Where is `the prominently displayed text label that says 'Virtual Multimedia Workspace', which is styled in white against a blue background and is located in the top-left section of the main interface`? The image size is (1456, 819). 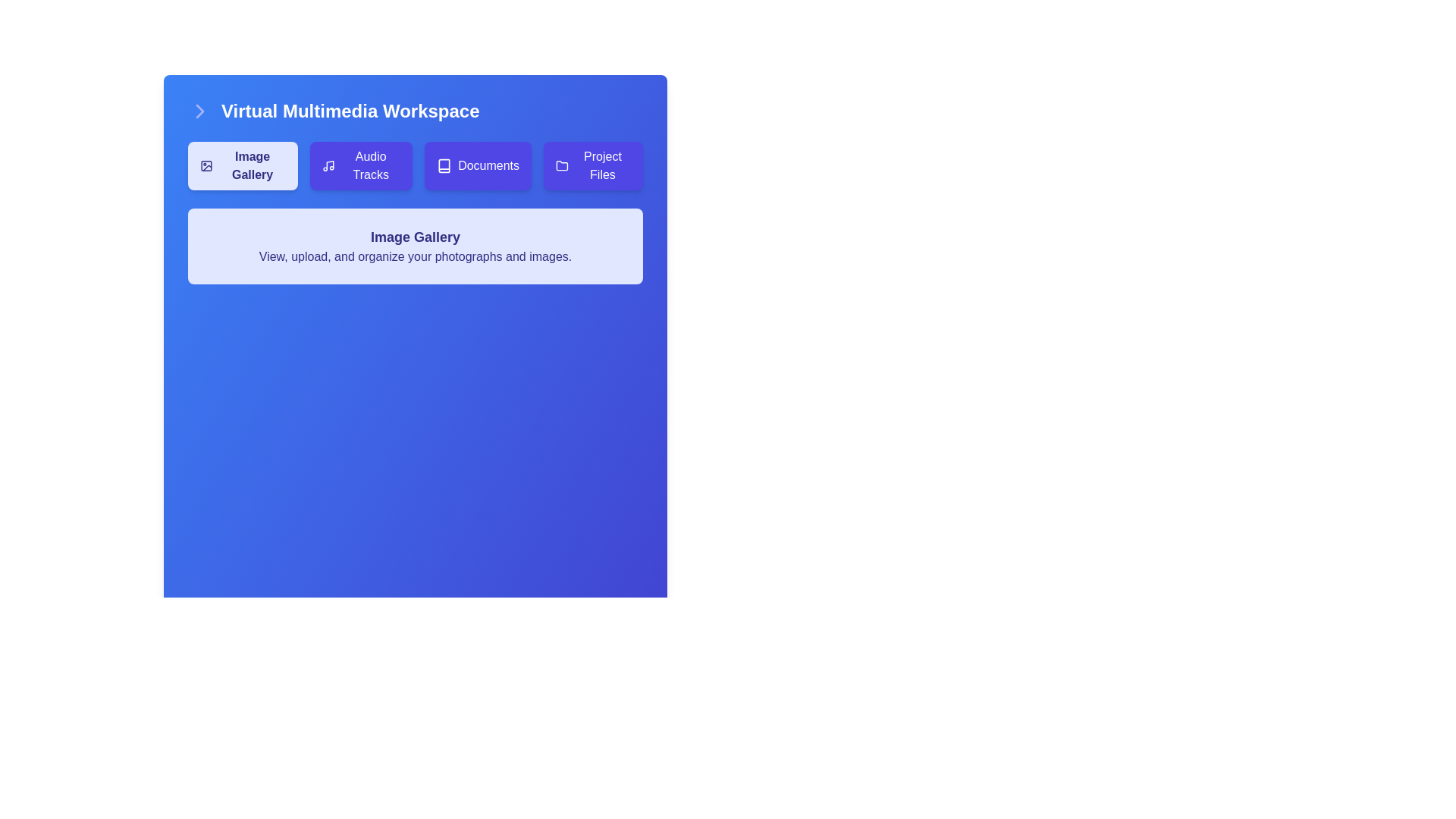
the prominently displayed text label that says 'Virtual Multimedia Workspace', which is styled in white against a blue background and is located in the top-left section of the main interface is located at coordinates (350, 110).